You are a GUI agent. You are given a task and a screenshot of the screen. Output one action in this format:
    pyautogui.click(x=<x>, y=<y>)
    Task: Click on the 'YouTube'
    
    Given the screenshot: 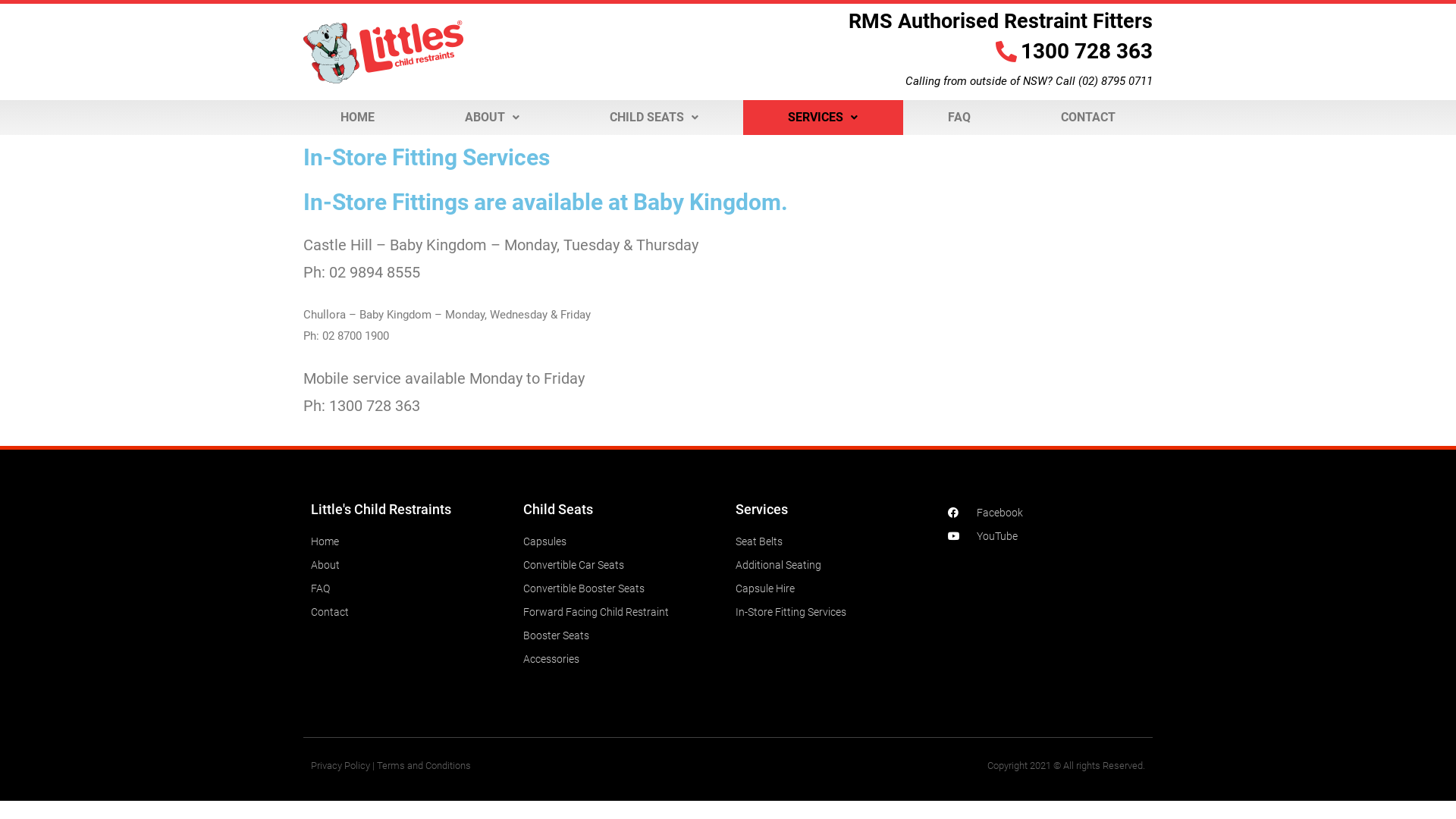 What is the action you would take?
    pyautogui.click(x=1046, y=535)
    